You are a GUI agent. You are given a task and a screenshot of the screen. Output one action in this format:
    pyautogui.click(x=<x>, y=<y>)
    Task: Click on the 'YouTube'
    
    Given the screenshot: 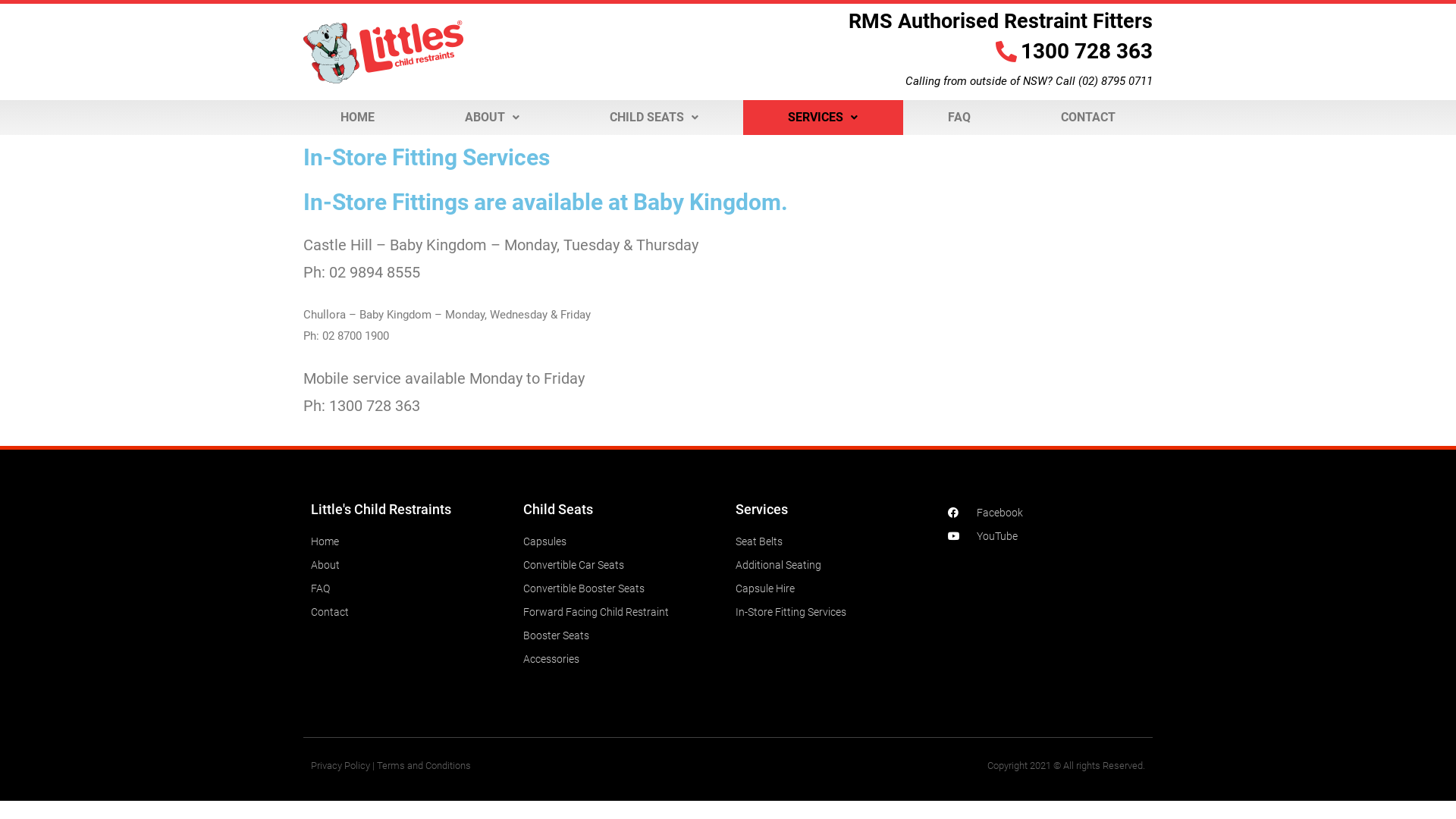 What is the action you would take?
    pyautogui.click(x=1046, y=535)
    